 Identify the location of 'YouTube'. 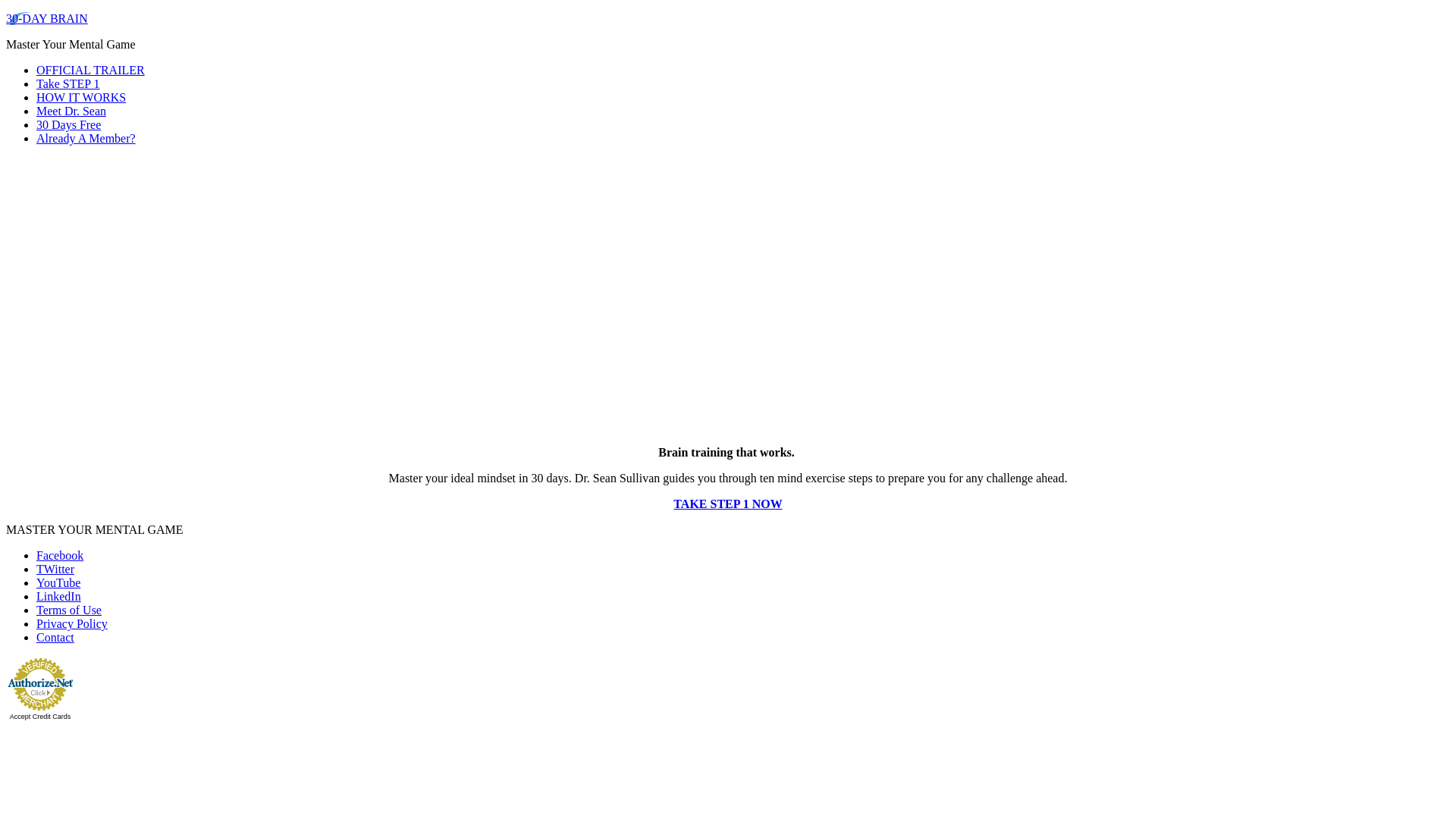
(58, 582).